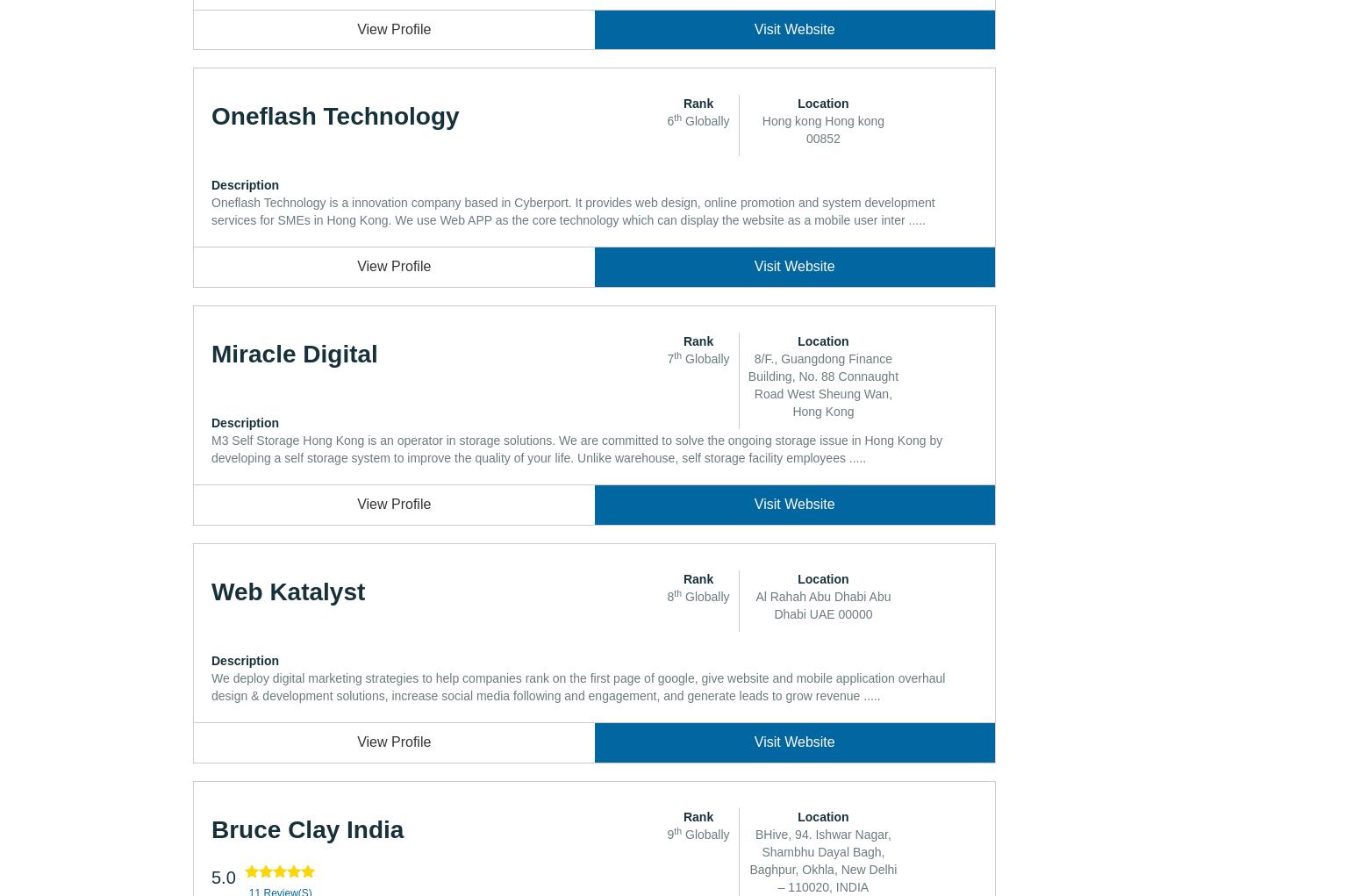 The image size is (1360, 896). I want to click on 'Oneflash Technology', so click(334, 116).